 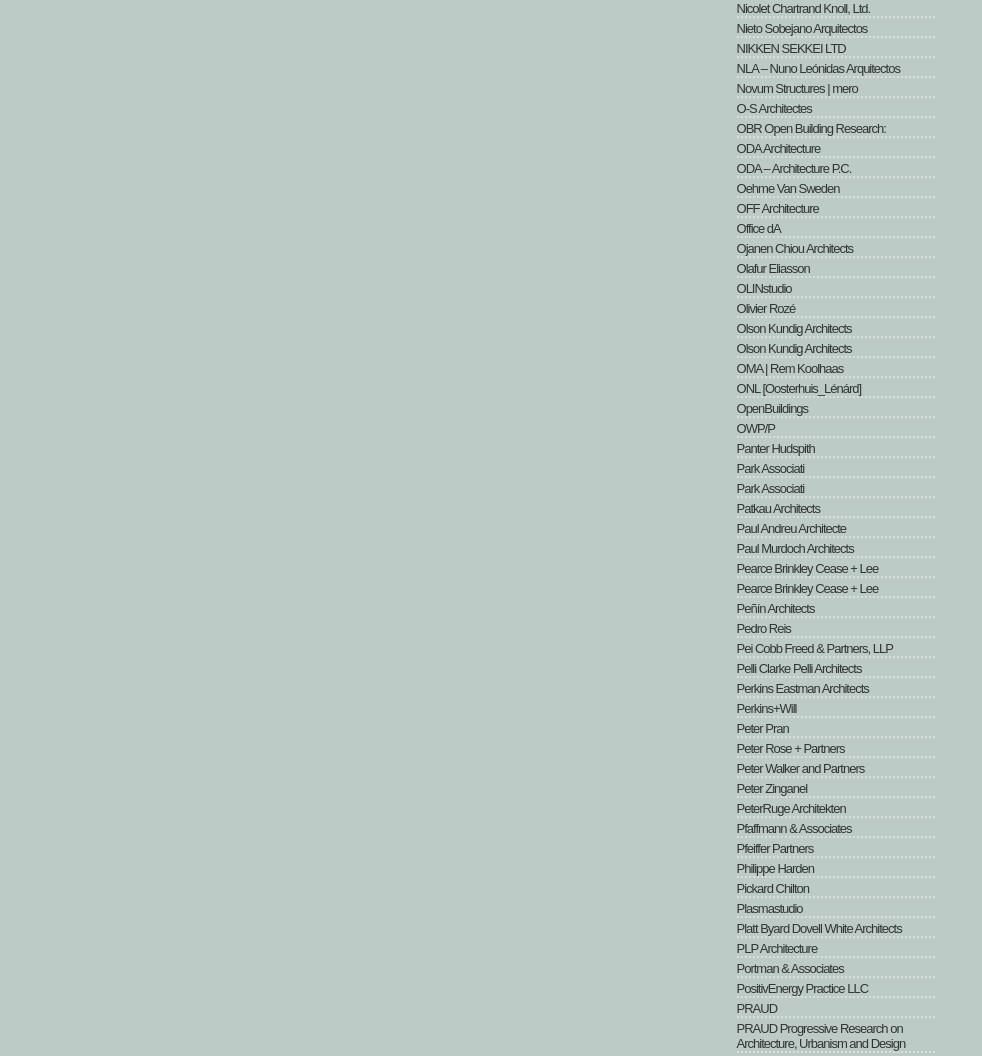 What do you see at coordinates (769, 907) in the screenshot?
I see `'Plasmastudio'` at bounding box center [769, 907].